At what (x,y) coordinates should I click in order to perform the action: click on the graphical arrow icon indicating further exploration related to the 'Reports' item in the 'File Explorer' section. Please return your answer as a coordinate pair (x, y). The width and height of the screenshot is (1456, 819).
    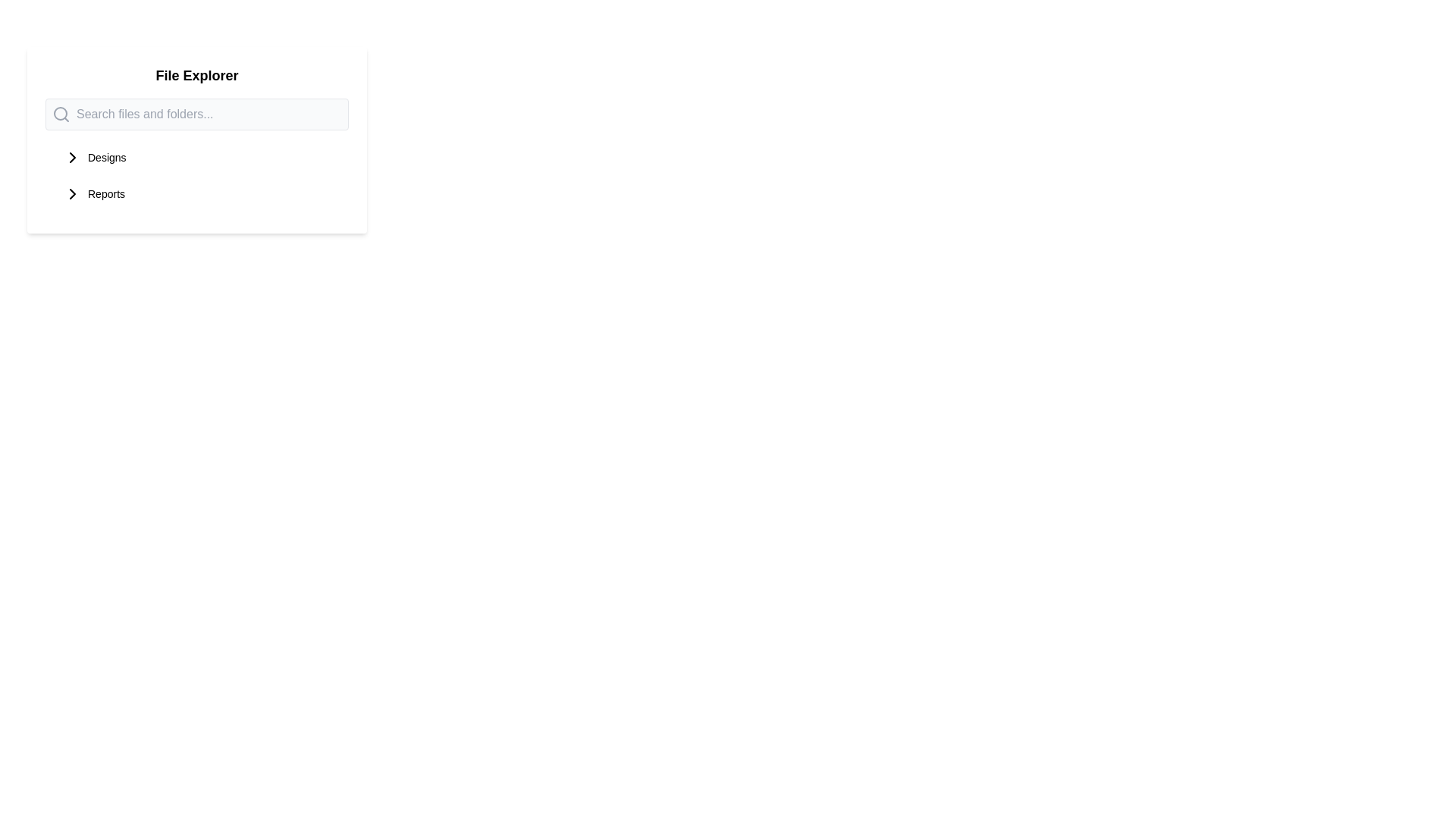
    Looking at the image, I should click on (72, 193).